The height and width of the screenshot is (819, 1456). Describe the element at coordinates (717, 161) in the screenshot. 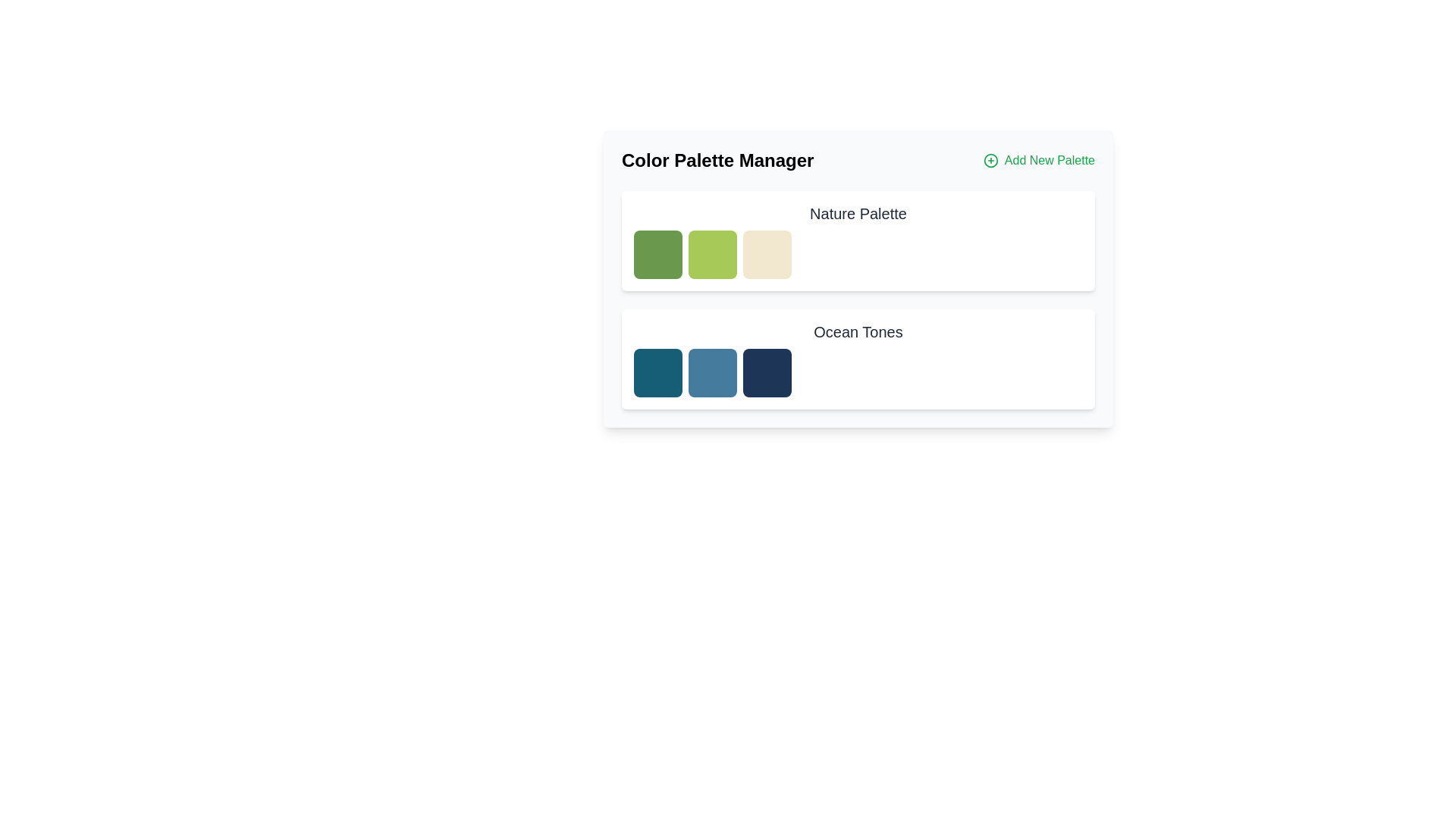

I see `the bold, large-sized text label reading 'Color Palette Manager', which is located at the top-left side of the panel and serves as the section title` at that location.